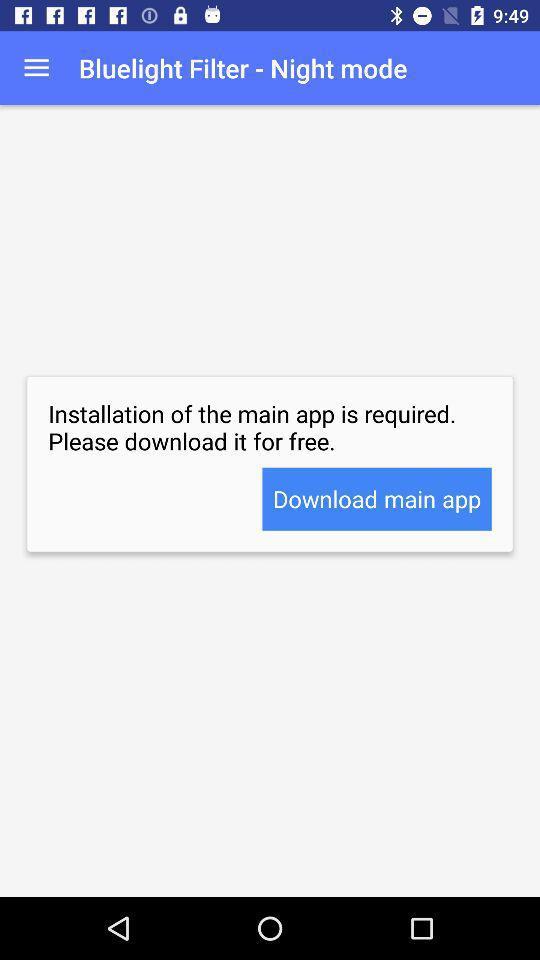 The image size is (540, 960). Describe the element at coordinates (36, 68) in the screenshot. I see `the icon next to the bluelight filter night icon` at that location.